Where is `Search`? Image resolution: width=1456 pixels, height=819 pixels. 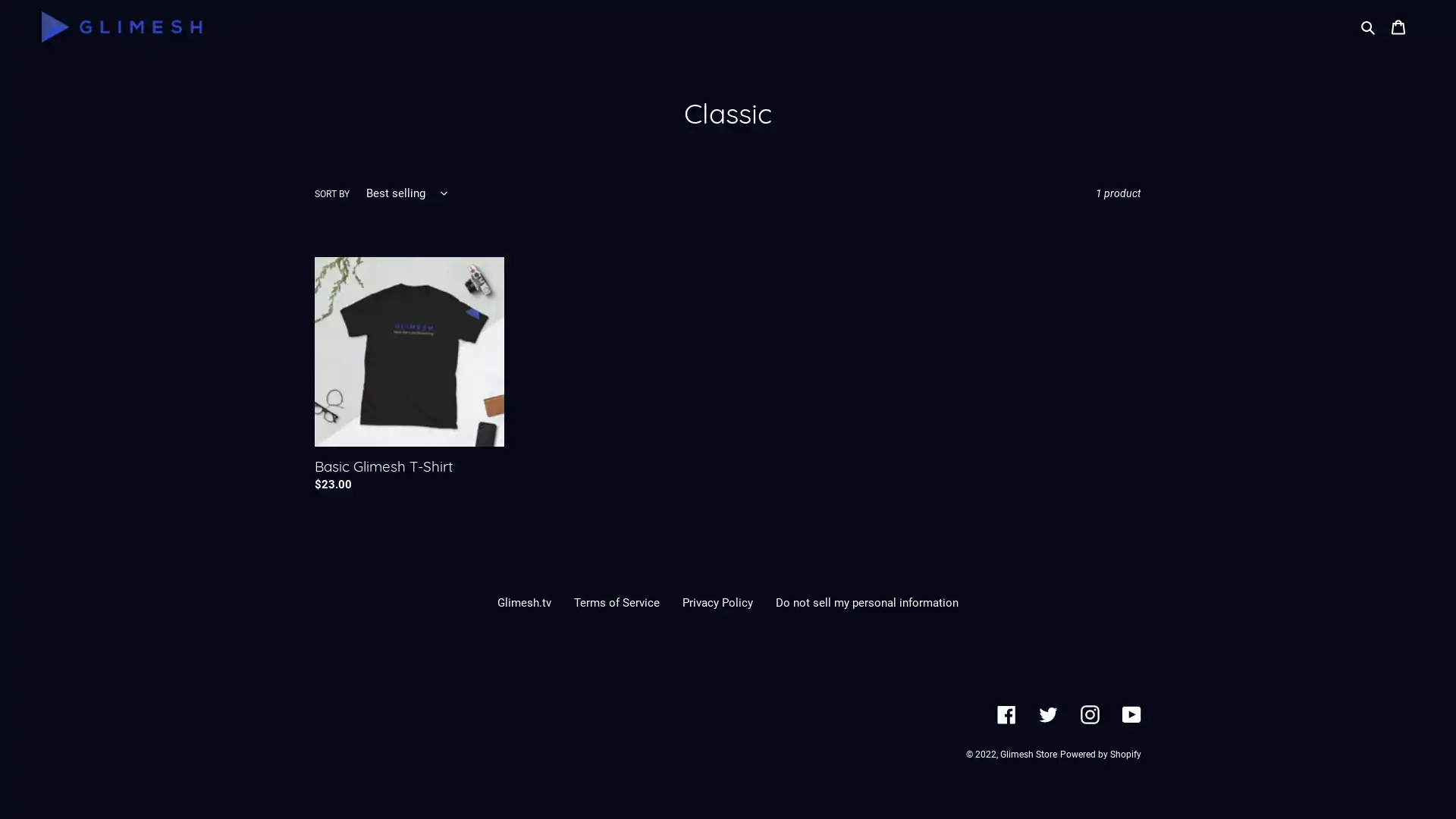
Search is located at coordinates (1369, 26).